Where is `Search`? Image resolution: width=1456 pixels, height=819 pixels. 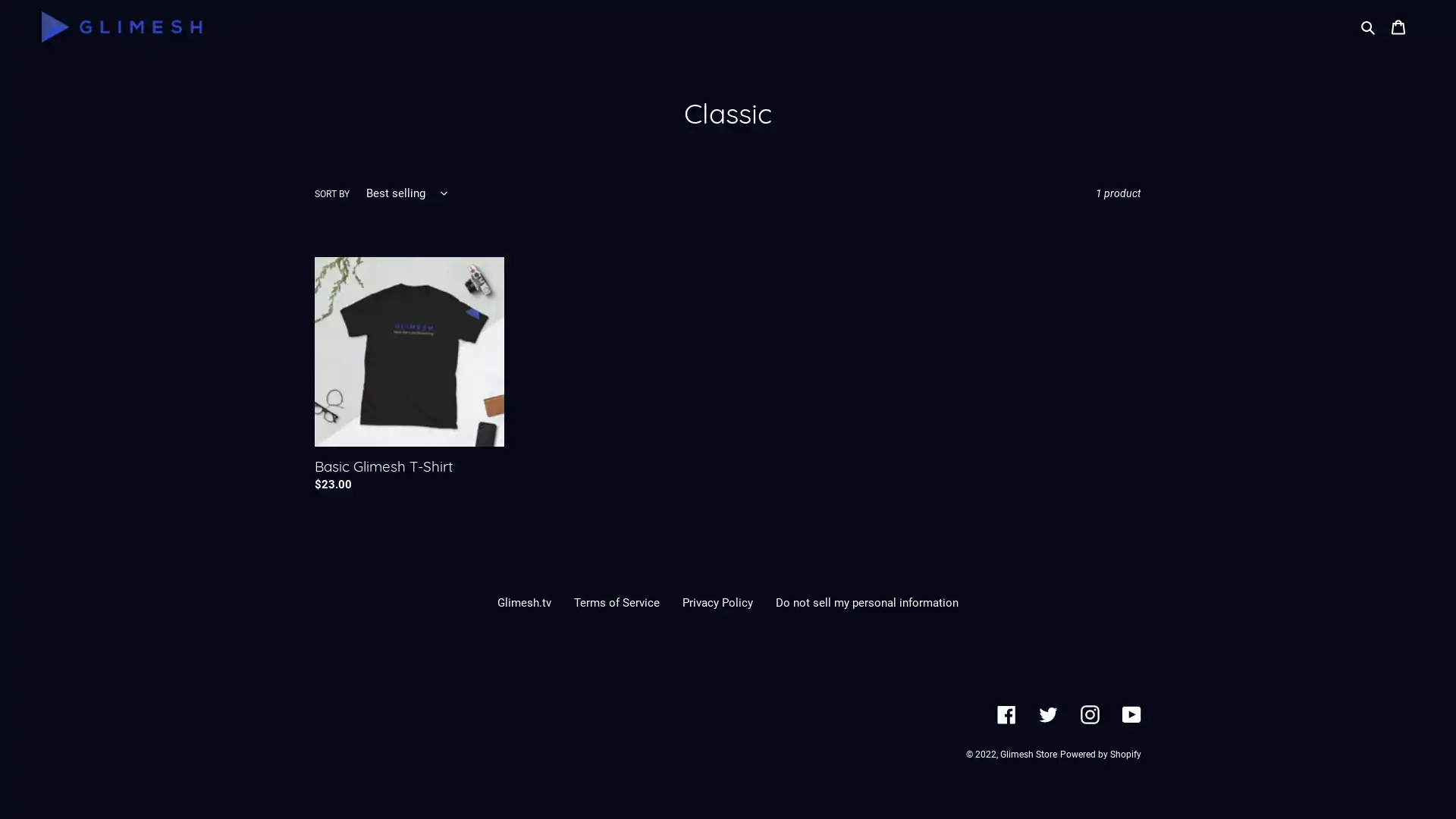
Search is located at coordinates (1369, 26).